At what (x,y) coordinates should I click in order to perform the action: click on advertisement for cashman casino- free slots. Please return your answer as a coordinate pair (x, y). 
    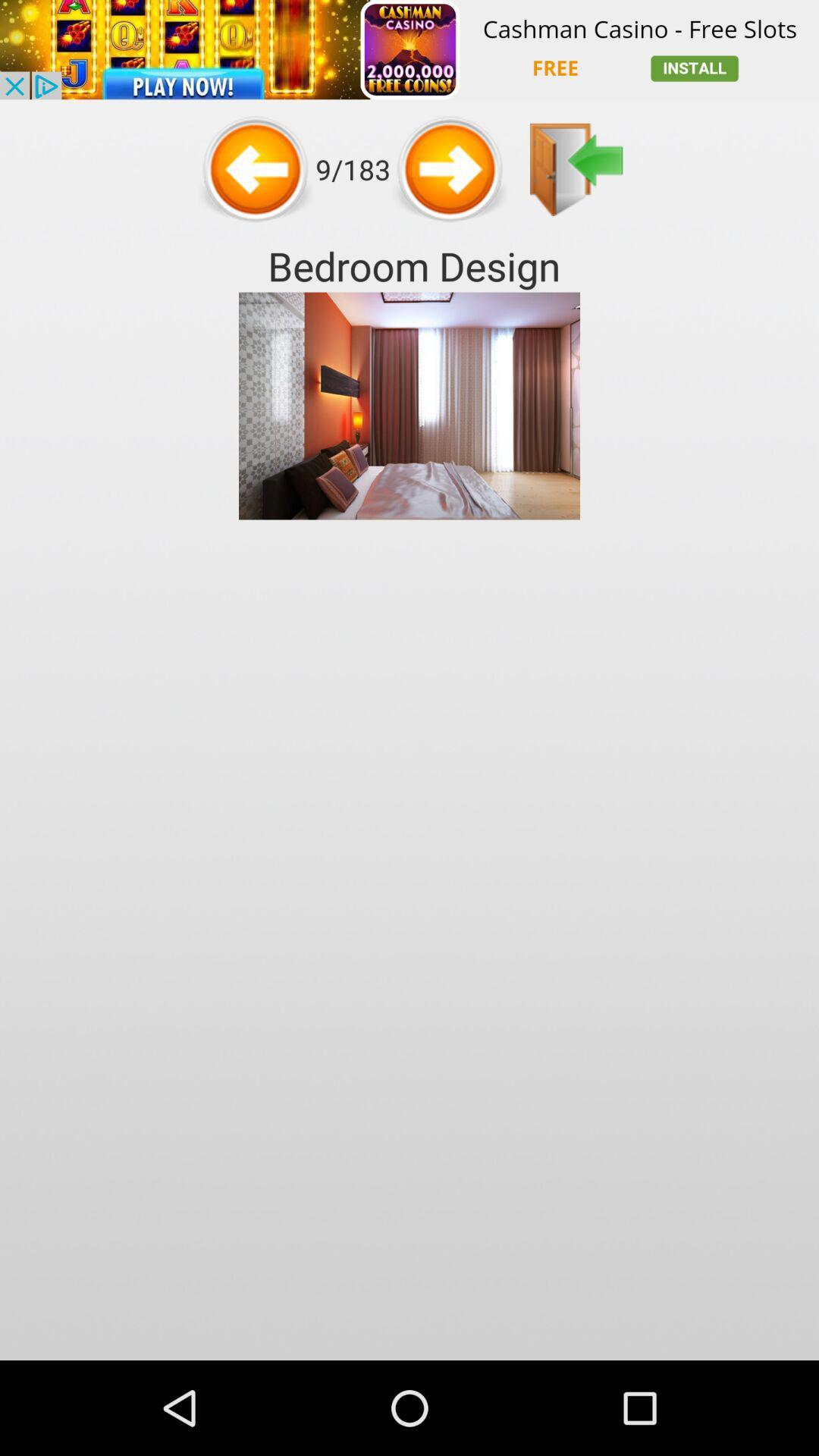
    Looking at the image, I should click on (409, 49).